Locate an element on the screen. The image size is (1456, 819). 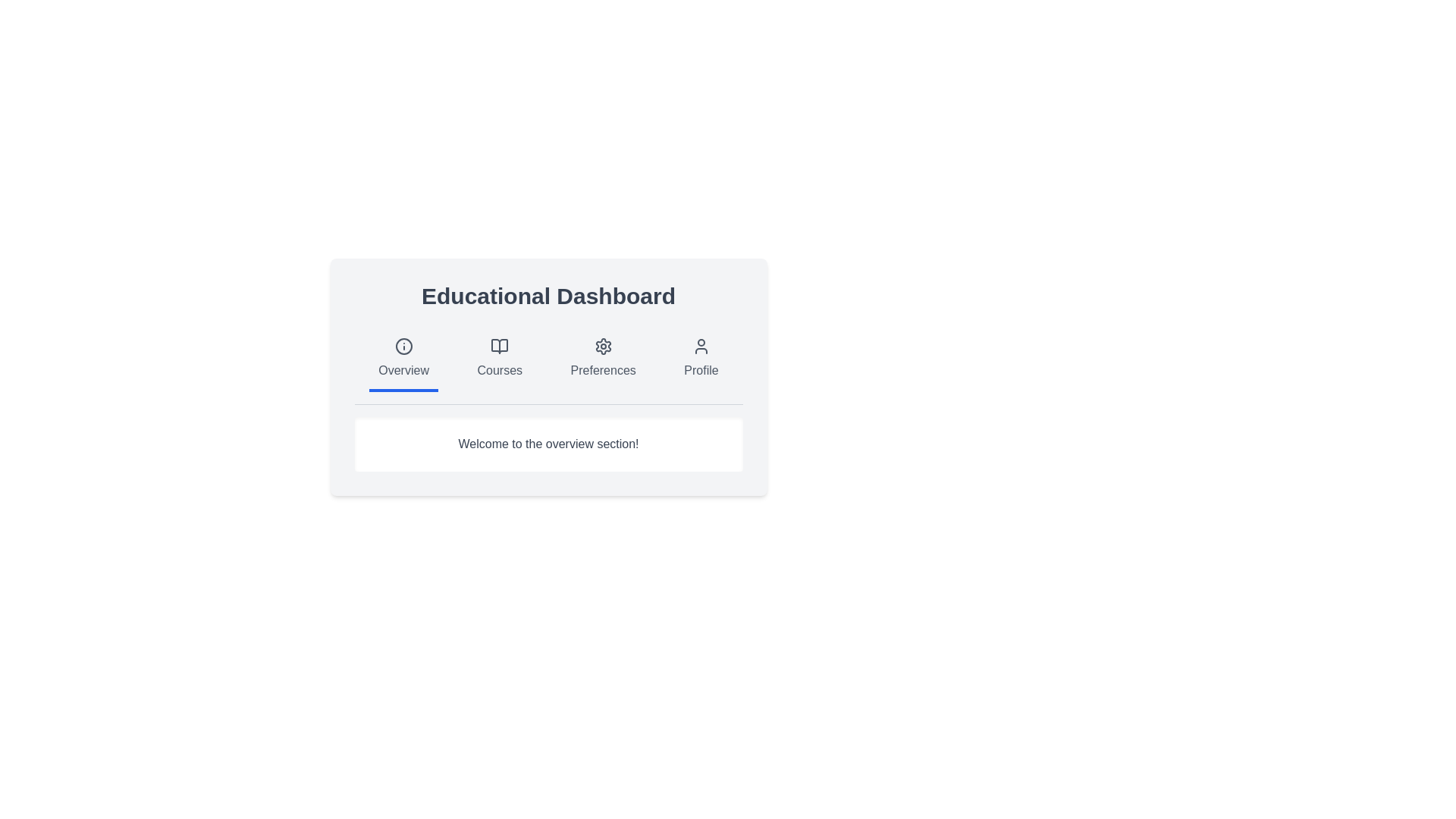
text of the 'Overview' label located in the main navigation options, positioned beneath the information icon is located at coordinates (403, 371).